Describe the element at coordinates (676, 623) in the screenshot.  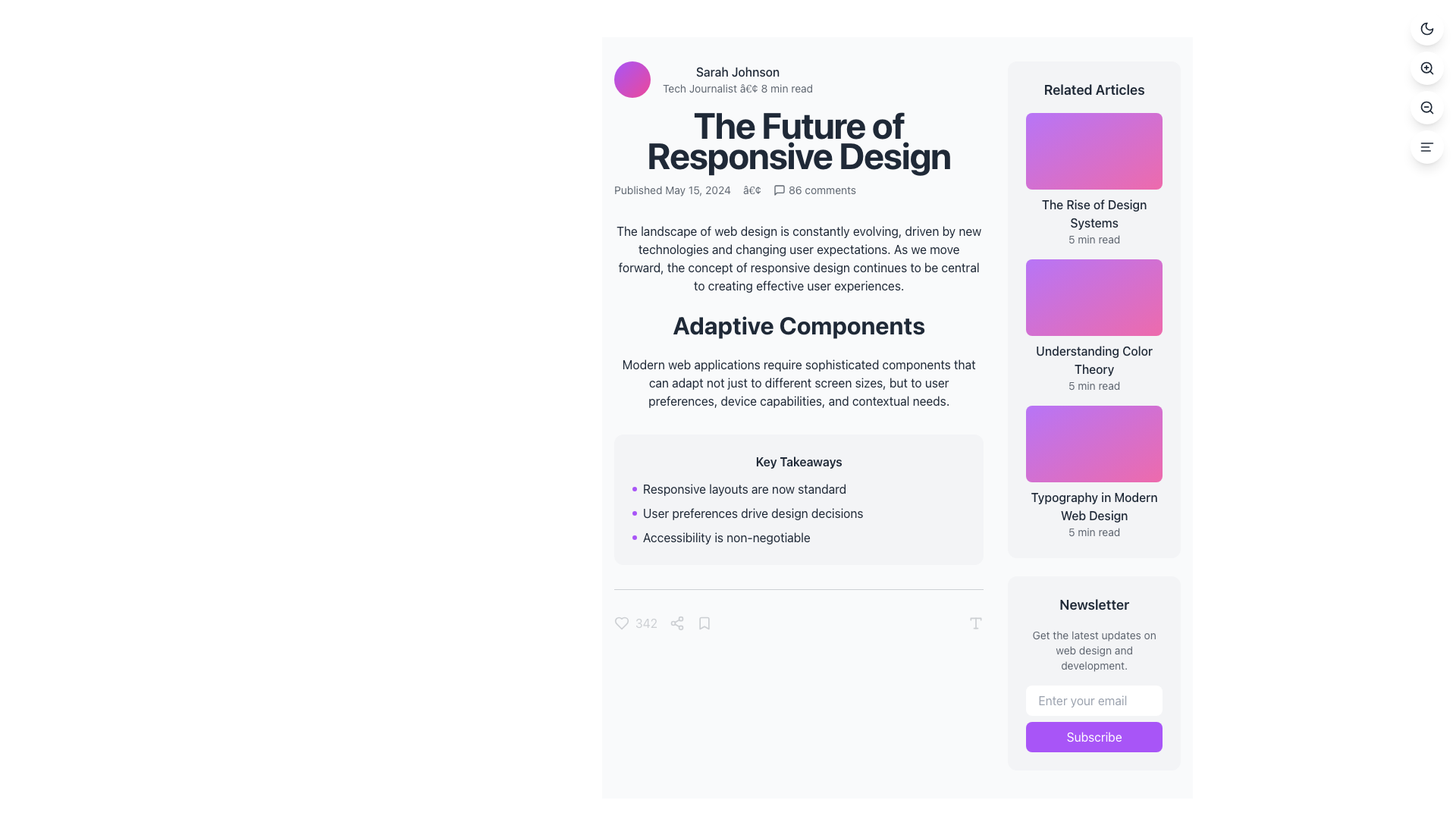
I see `the share icon located in the footer section of the article card, which is the third icon in the horizontal sequence between the like button and the bookmark button` at that location.